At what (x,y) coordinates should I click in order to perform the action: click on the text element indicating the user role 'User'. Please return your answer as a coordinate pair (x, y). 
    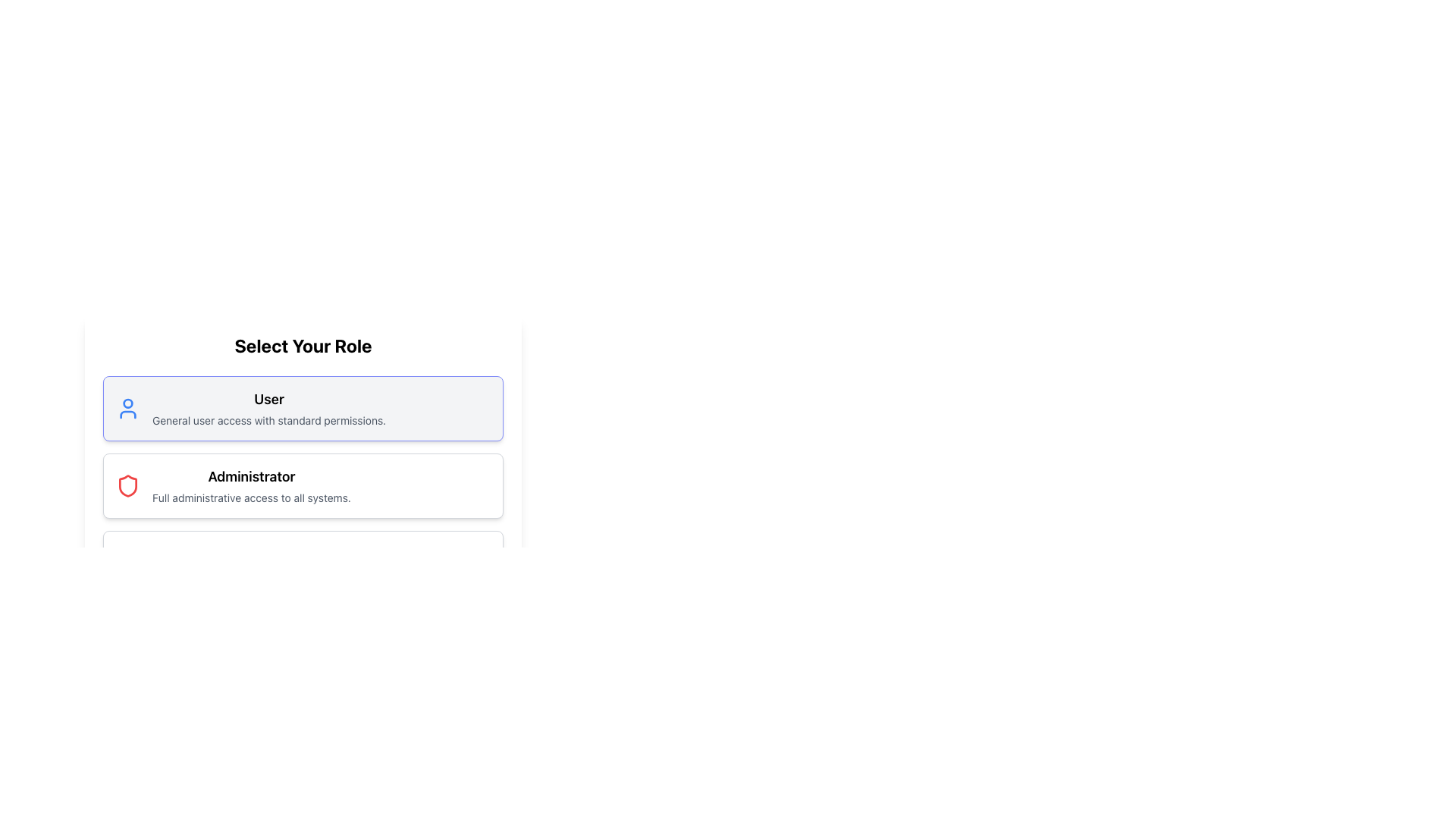
    Looking at the image, I should click on (269, 399).